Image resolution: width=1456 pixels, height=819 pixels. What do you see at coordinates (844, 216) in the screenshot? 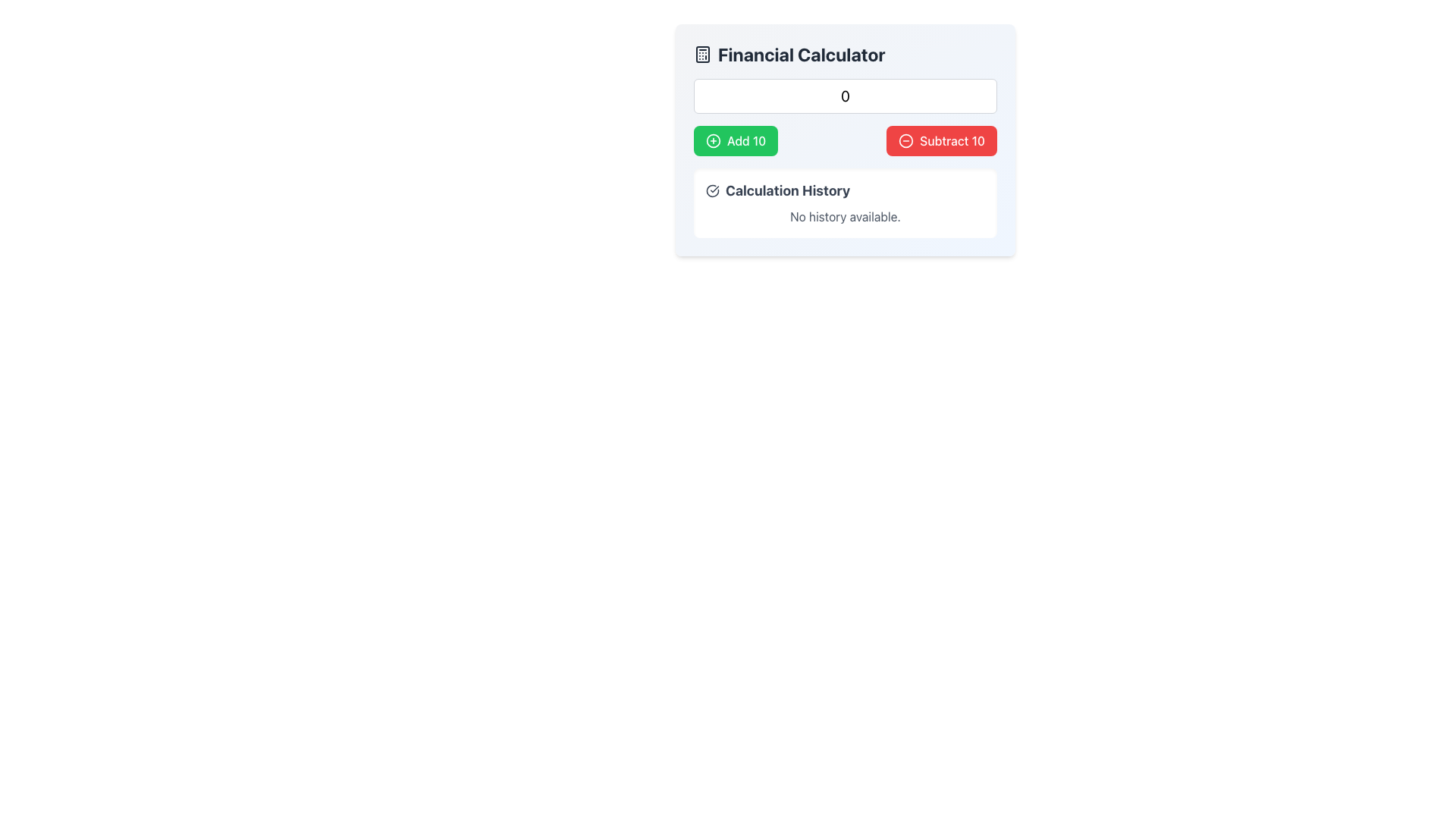
I see `the text label displaying 'No history available.' located below the 'Calculation History' section` at bounding box center [844, 216].